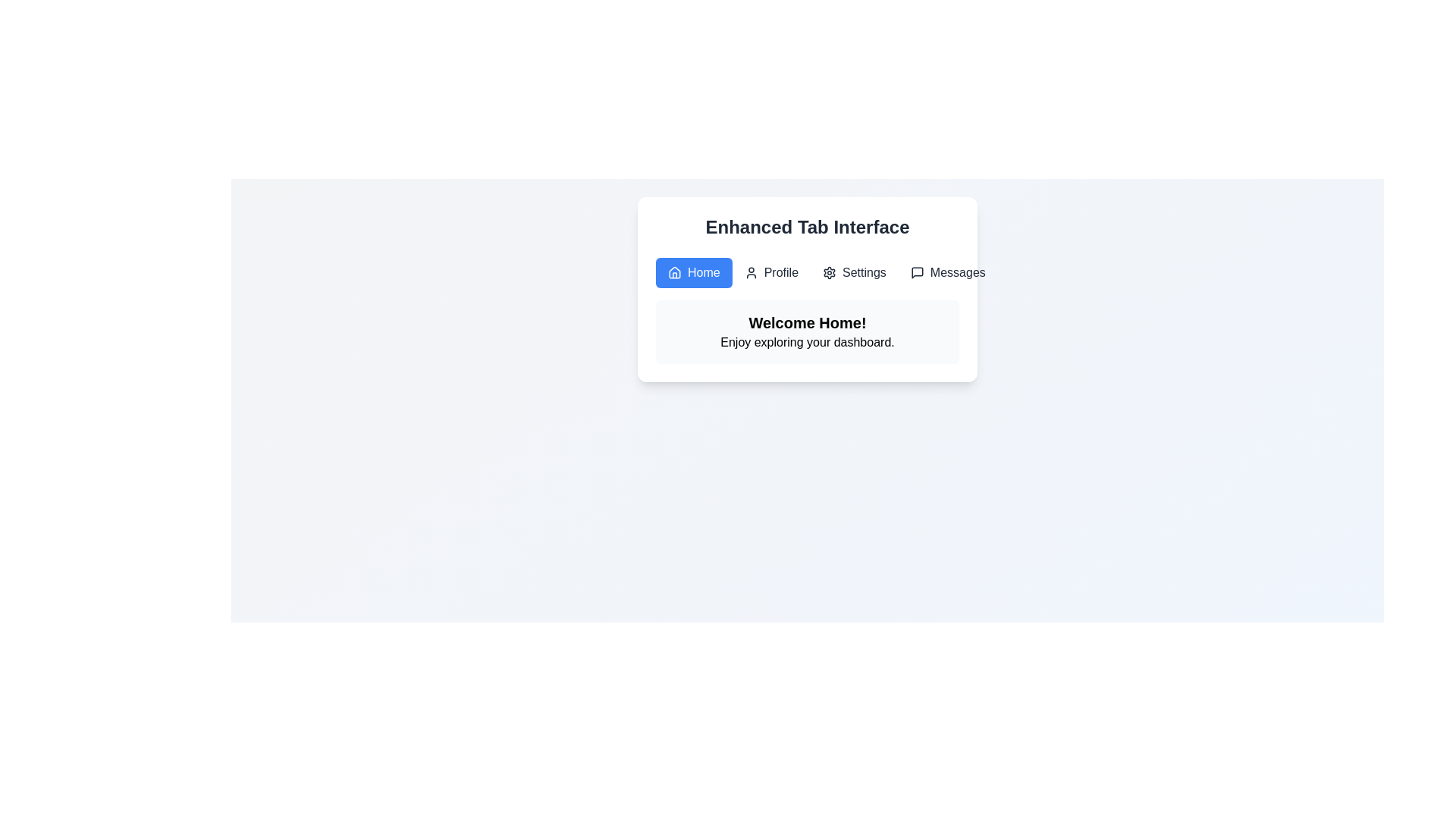  What do you see at coordinates (957, 271) in the screenshot?
I see `the 'Messages' text label in the horizontal navigation bar, which is styled in bold font and located to the right of a speech bubble icon` at bounding box center [957, 271].